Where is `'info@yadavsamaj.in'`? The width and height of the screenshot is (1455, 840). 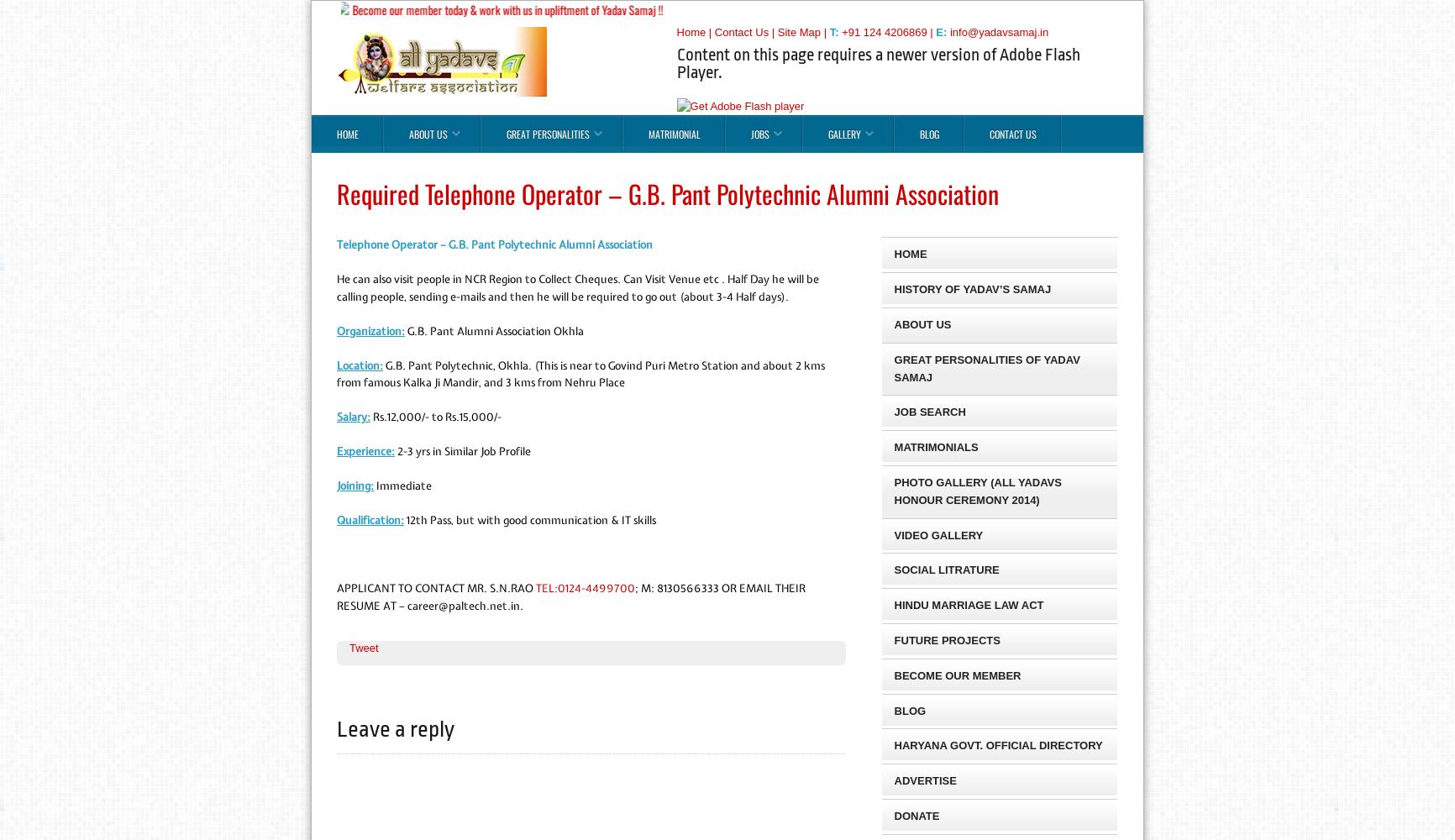
'info@yadavsamaj.in' is located at coordinates (998, 31).